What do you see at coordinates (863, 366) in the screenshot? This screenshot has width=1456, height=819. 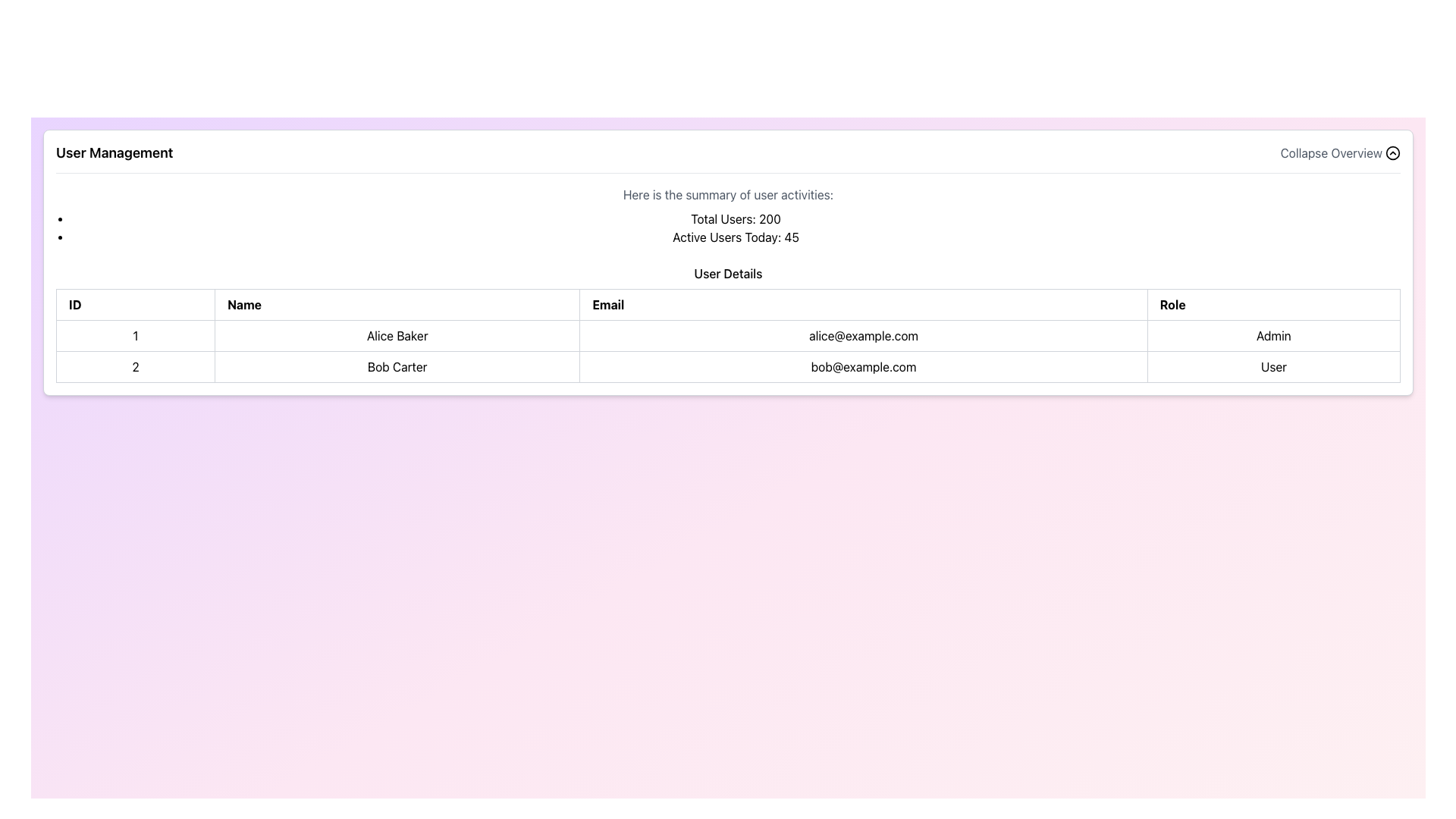 I see `the email address cell in the second row of the table, which is the third cell under the 'Email' column, located between 'Bob Carter' and 'User'` at bounding box center [863, 366].